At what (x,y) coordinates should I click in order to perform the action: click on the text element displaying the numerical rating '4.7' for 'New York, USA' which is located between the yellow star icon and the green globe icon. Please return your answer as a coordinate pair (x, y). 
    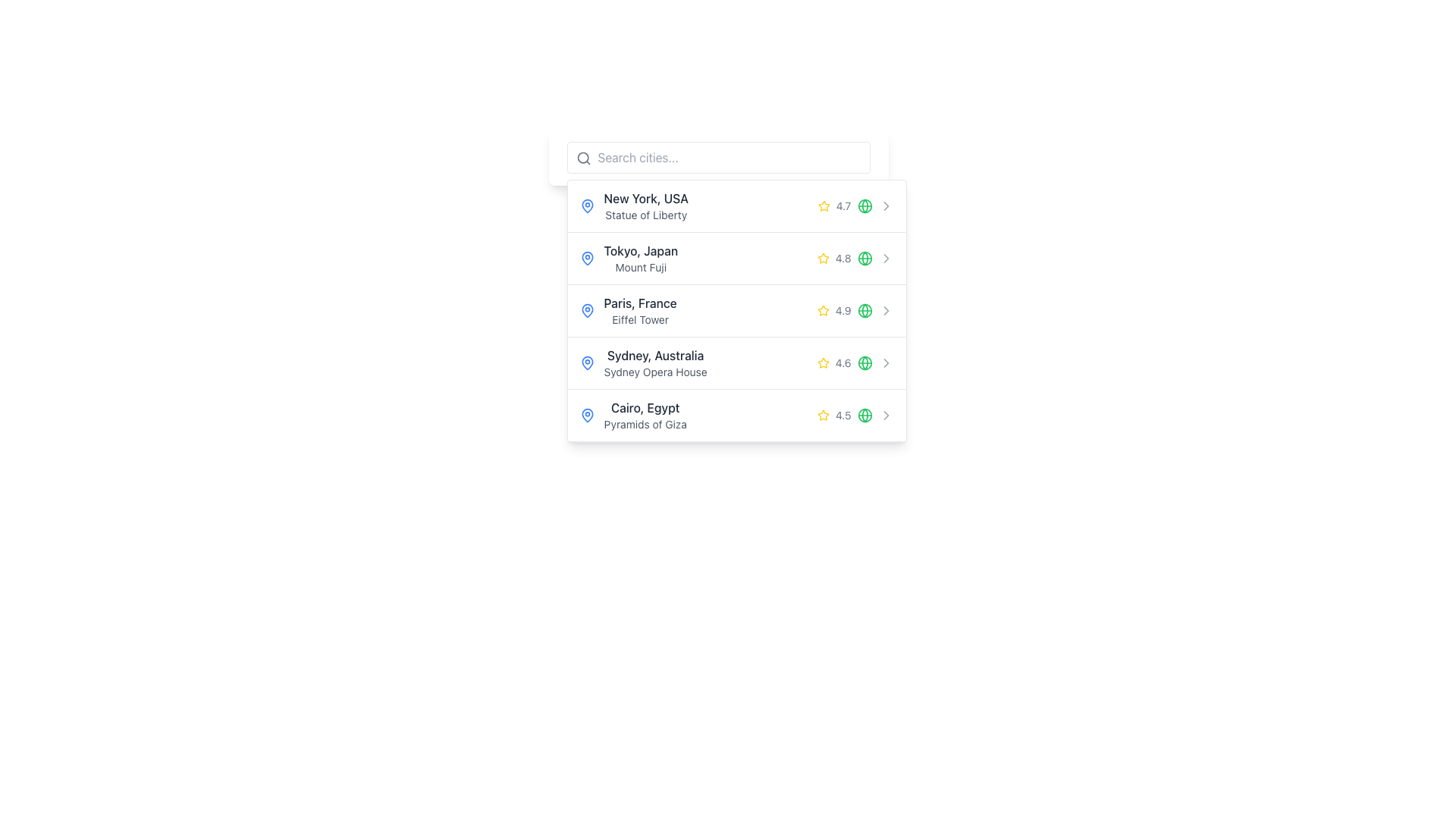
    Looking at the image, I should click on (844, 206).